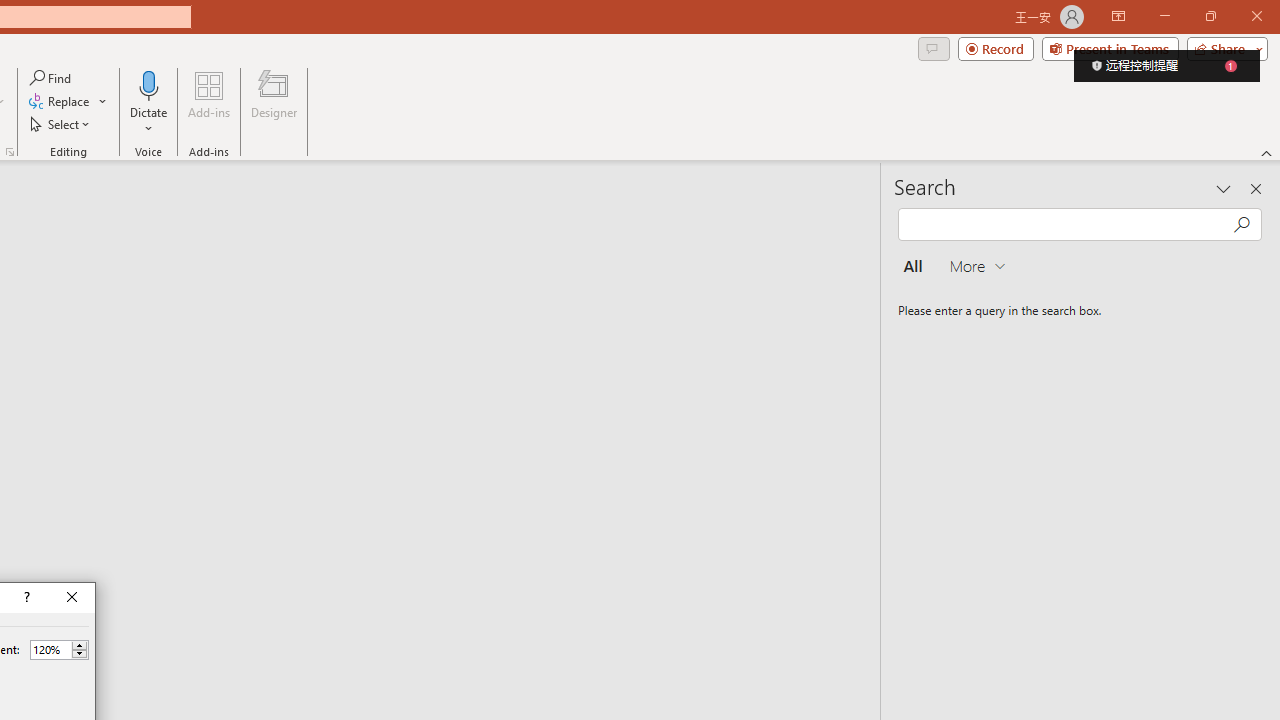 This screenshot has width=1280, height=720. Describe the element at coordinates (51, 77) in the screenshot. I see `'Find...'` at that location.